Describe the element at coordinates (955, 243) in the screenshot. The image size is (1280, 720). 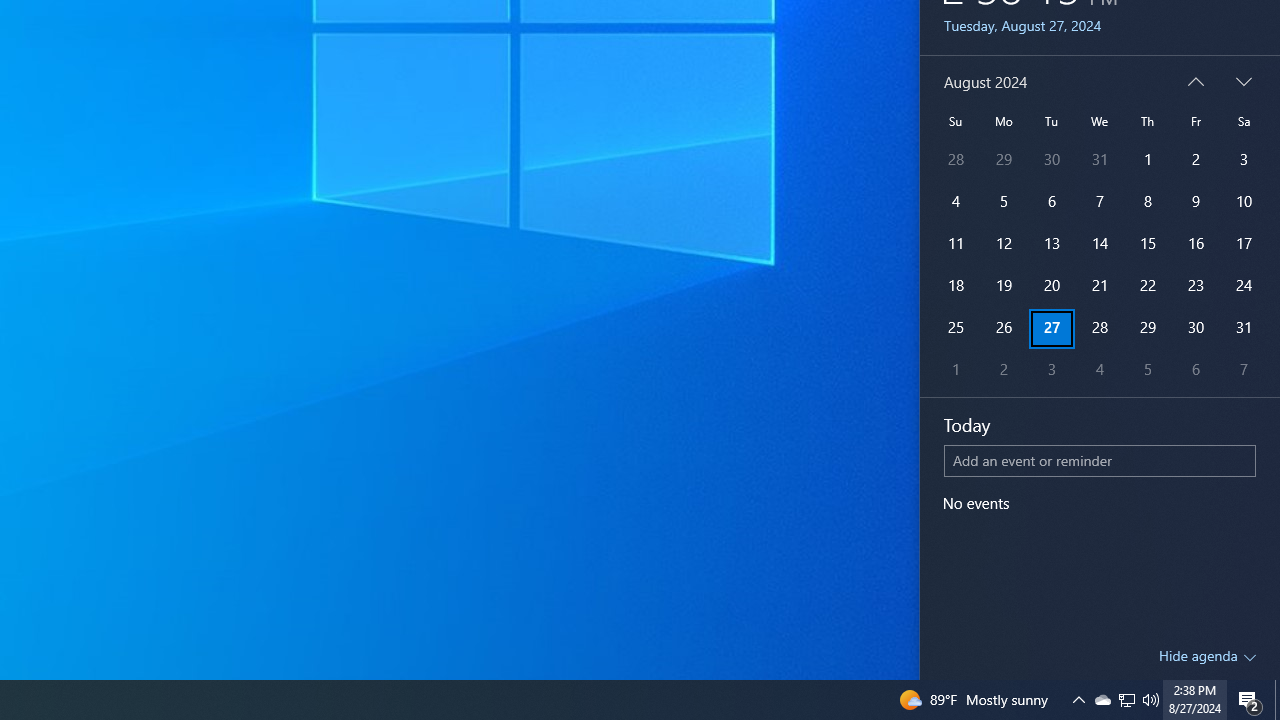
I see `'12'` at that location.